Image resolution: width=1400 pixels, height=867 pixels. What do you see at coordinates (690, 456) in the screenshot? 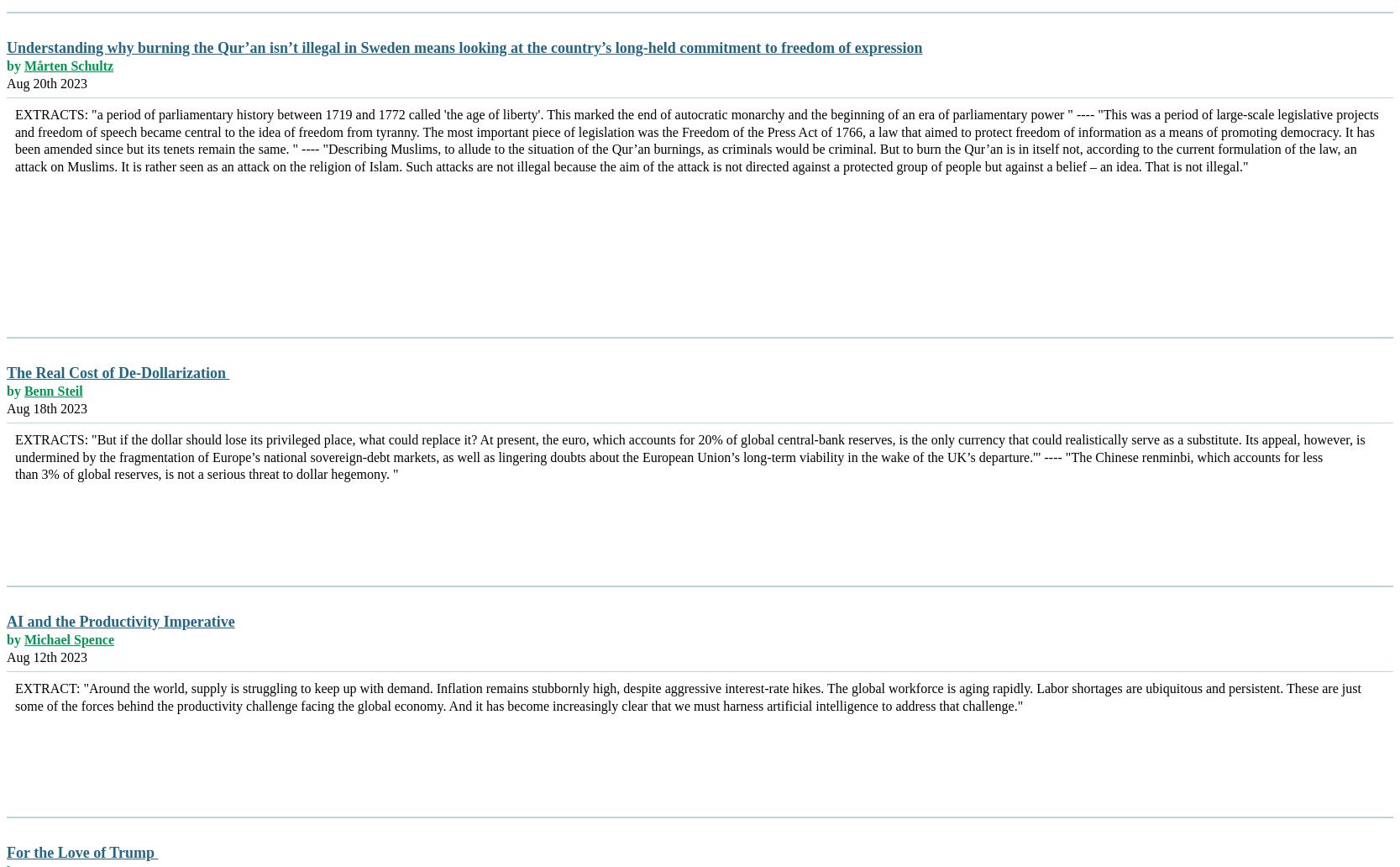
I see `'EXTRACTS: "But if the dollar should lose its privileged place, what could replace it? At present, the euro, which accounts for 20% of global central-bank reserves, is the only currency that could realistically serve as a substitute. Its appeal, however, is undermined by the fragmentation of Europe’s national sovereign-debt markets, as well as lingering doubts about the European Union’s long-term viability in the wake of the UK’s departure.'" ---- "The Chinese renminbi, which accounts for less than 3% of global reserves, is not a serious threat to dollar hegemony. "'` at bounding box center [690, 456].